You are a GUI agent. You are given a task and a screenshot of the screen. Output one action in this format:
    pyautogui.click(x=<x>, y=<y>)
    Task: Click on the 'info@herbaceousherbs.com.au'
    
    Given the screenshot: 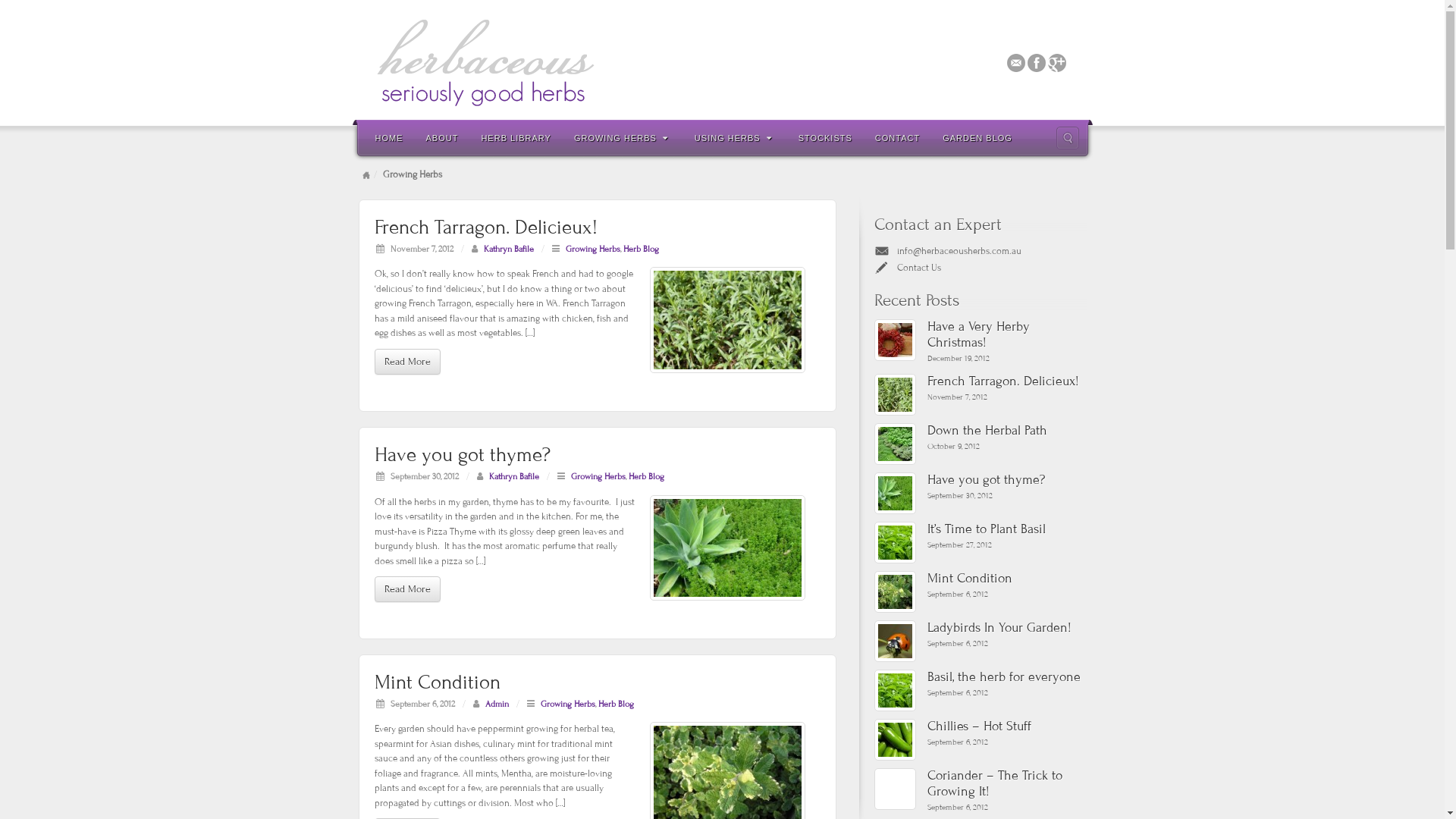 What is the action you would take?
    pyautogui.click(x=896, y=250)
    